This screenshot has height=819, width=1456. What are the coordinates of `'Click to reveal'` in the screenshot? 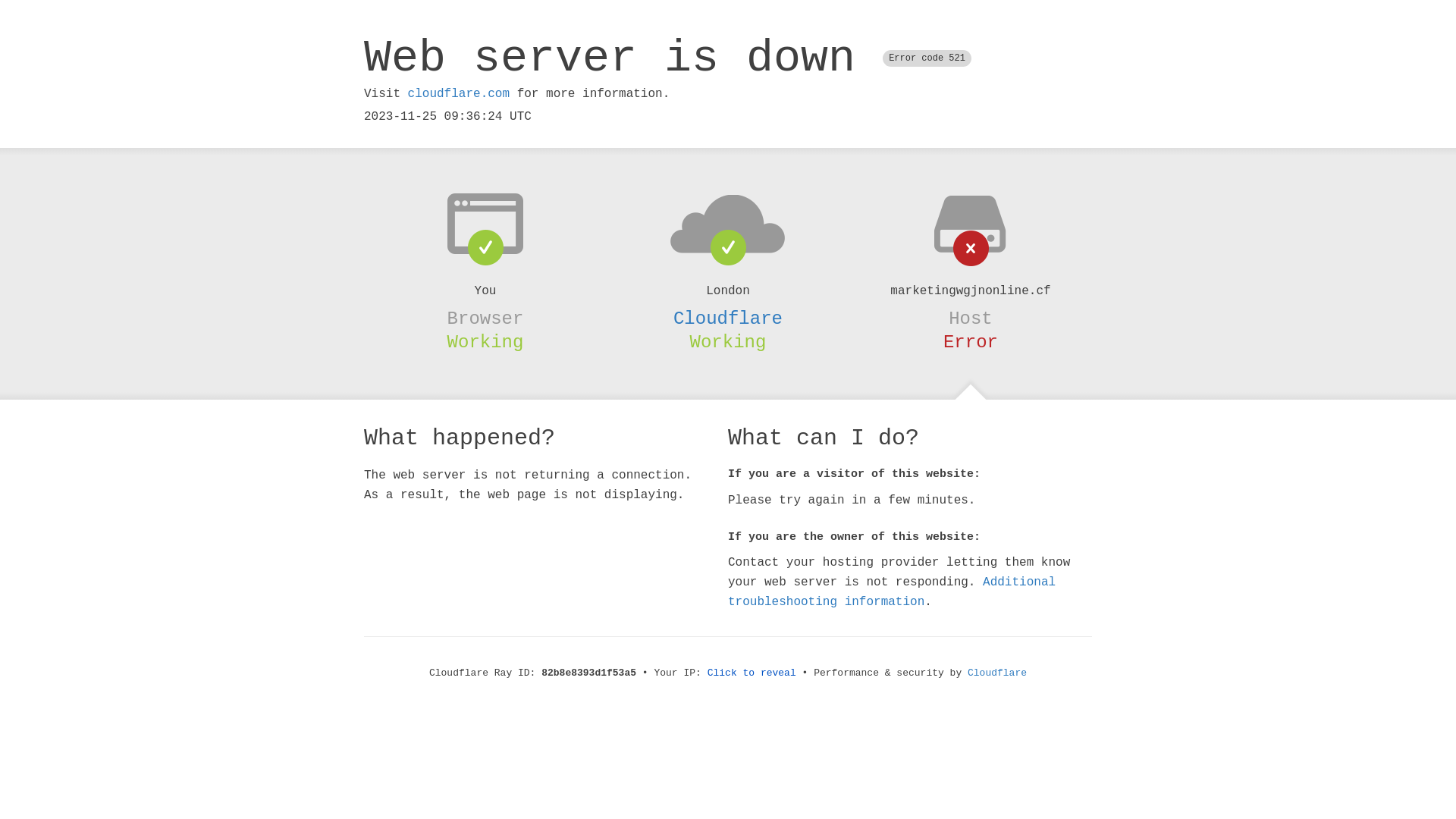 It's located at (752, 672).